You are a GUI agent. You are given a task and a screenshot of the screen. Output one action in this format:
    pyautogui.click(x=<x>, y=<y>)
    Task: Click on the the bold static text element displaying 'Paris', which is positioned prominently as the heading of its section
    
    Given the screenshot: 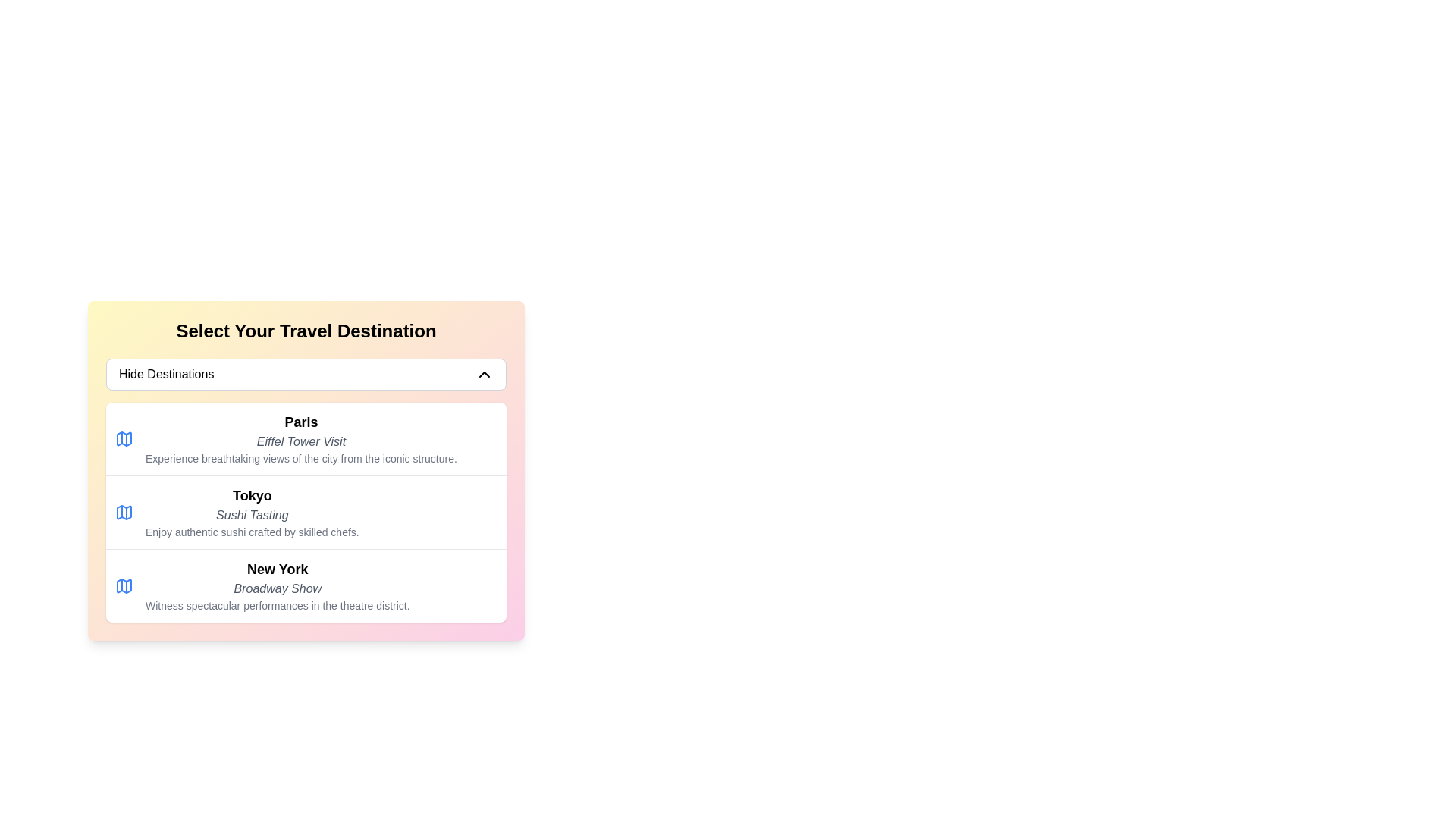 What is the action you would take?
    pyautogui.click(x=301, y=422)
    